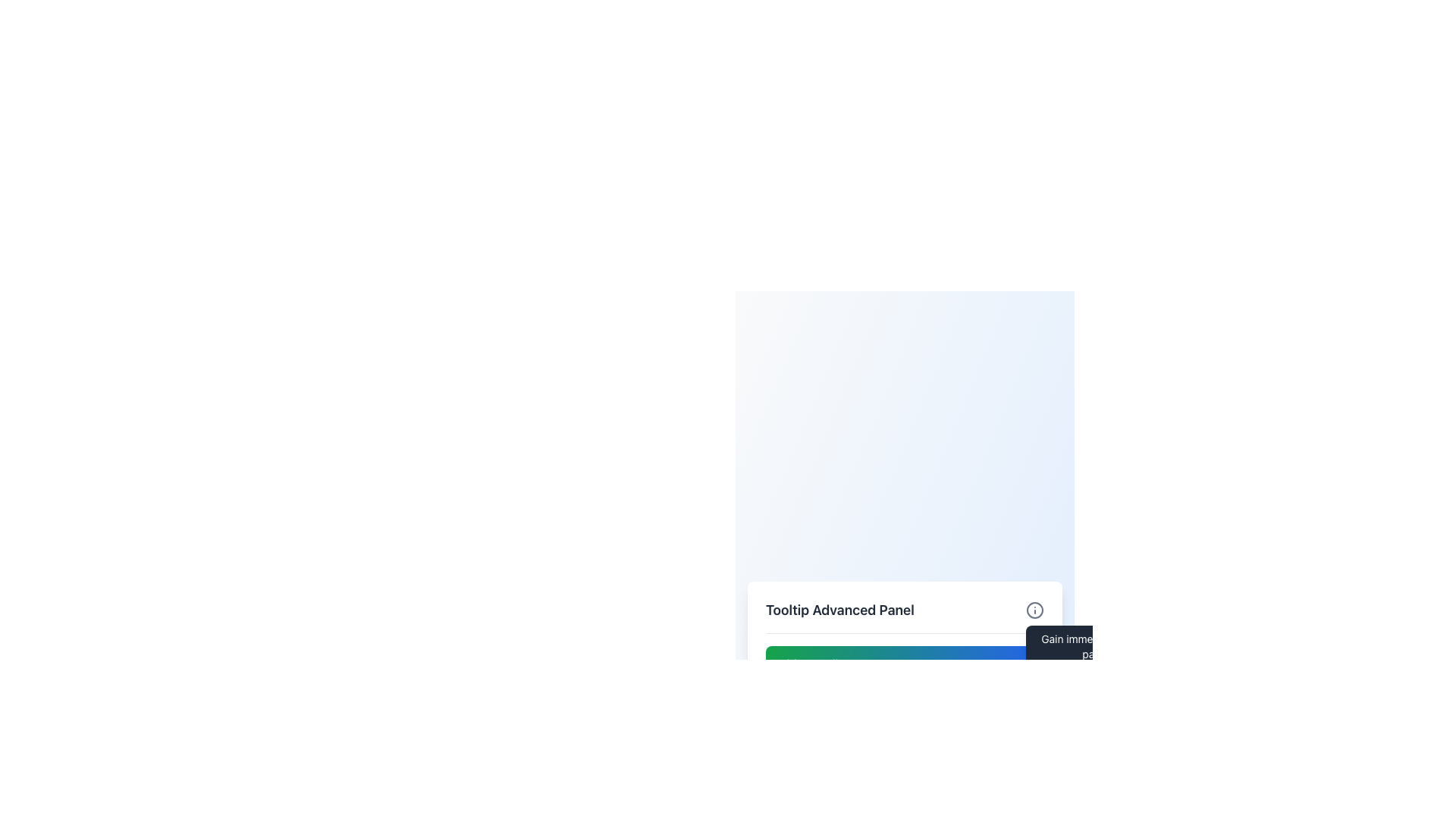  What do you see at coordinates (1034, 610) in the screenshot?
I see `the small circular Tooltip trigger icon located at the top right corner of the 'Tooltip Advanced Panel'` at bounding box center [1034, 610].